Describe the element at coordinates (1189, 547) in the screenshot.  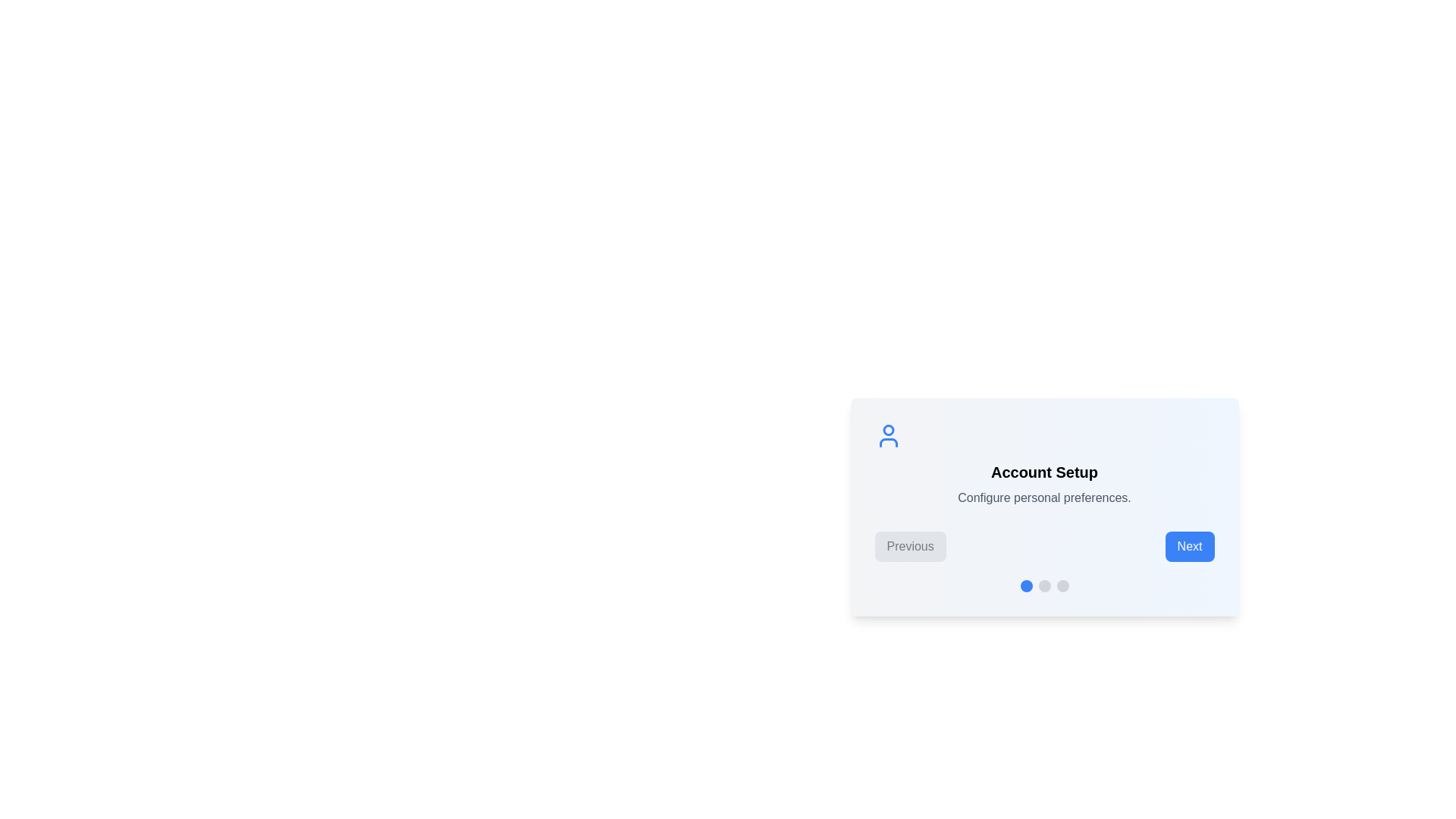
I see `the 'Next' button to navigate to the next step` at that location.